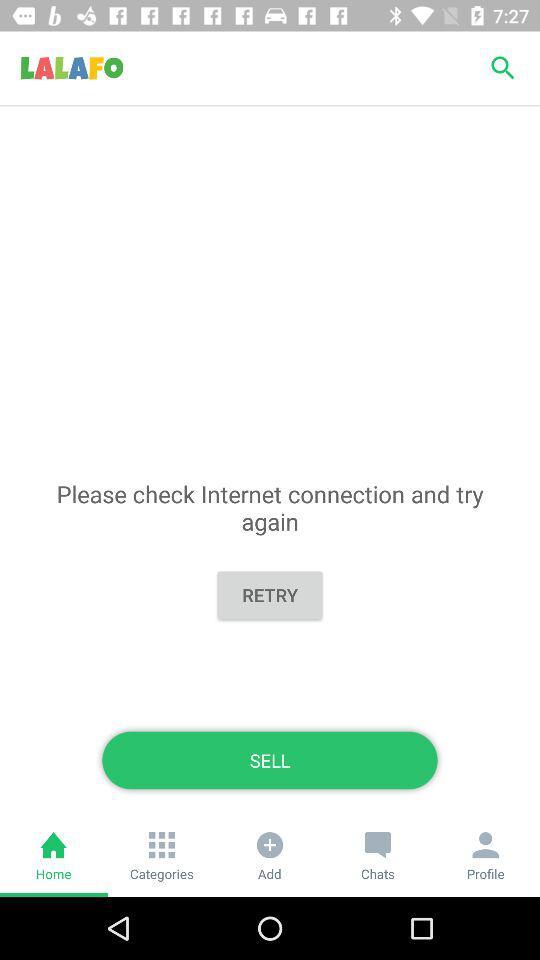  What do you see at coordinates (270, 595) in the screenshot?
I see `the retry icon` at bounding box center [270, 595].